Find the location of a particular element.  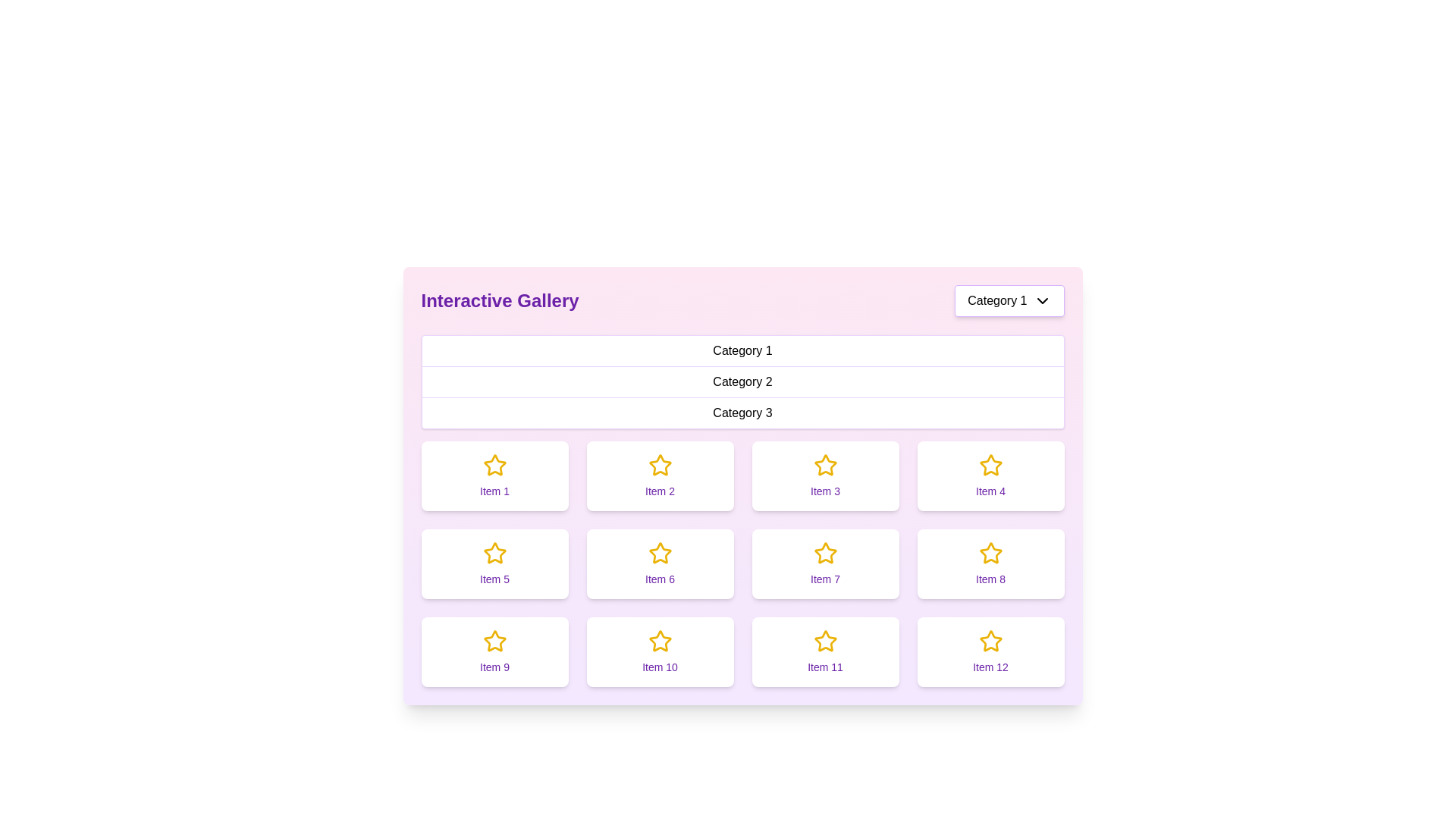

the yellow star icon located within the fourth item labeled 'Item 4' in the Interactive Gallery grid to interact visually is located at coordinates (990, 464).